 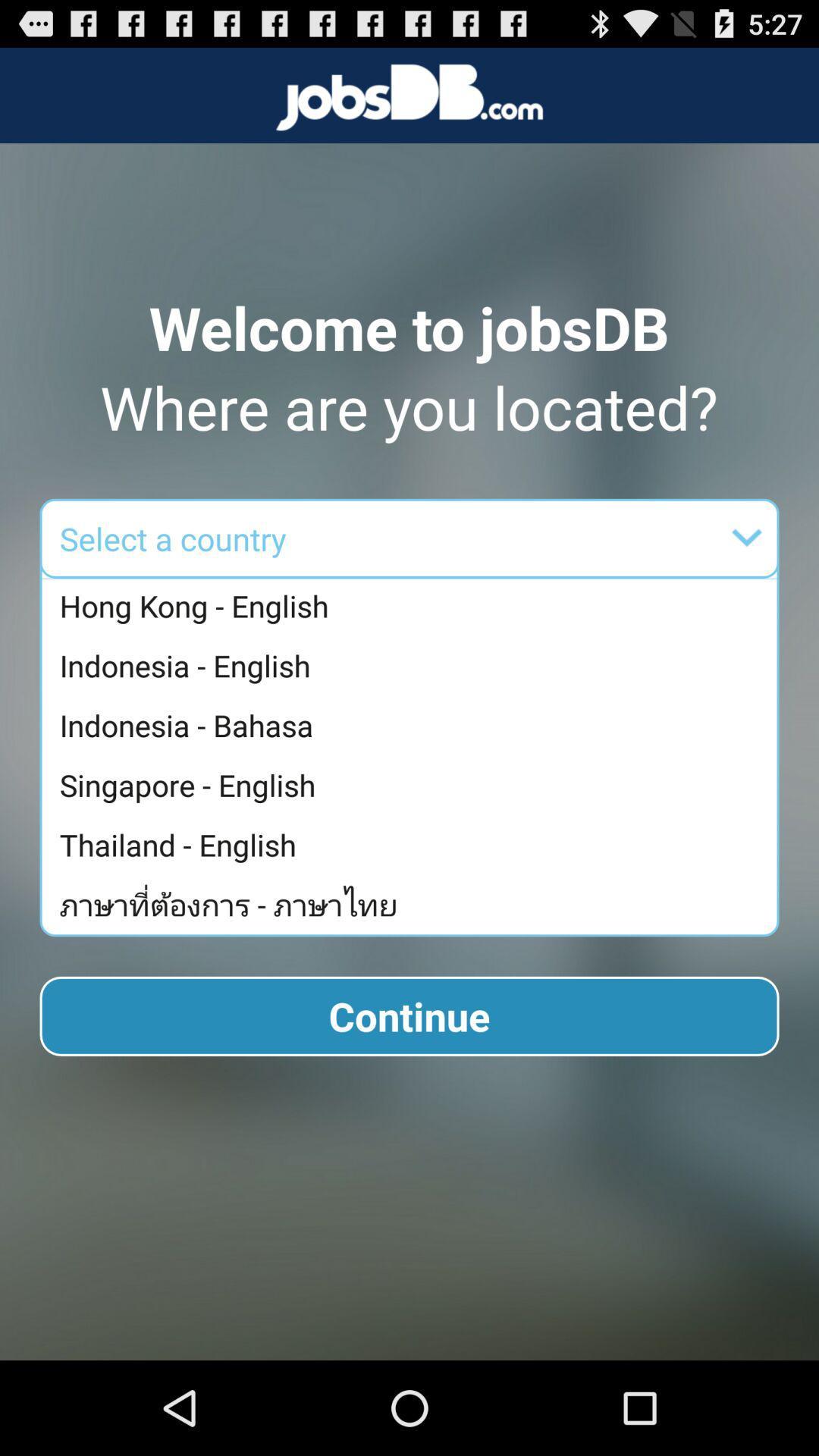 What do you see at coordinates (413, 665) in the screenshot?
I see `the indonesia - english` at bounding box center [413, 665].